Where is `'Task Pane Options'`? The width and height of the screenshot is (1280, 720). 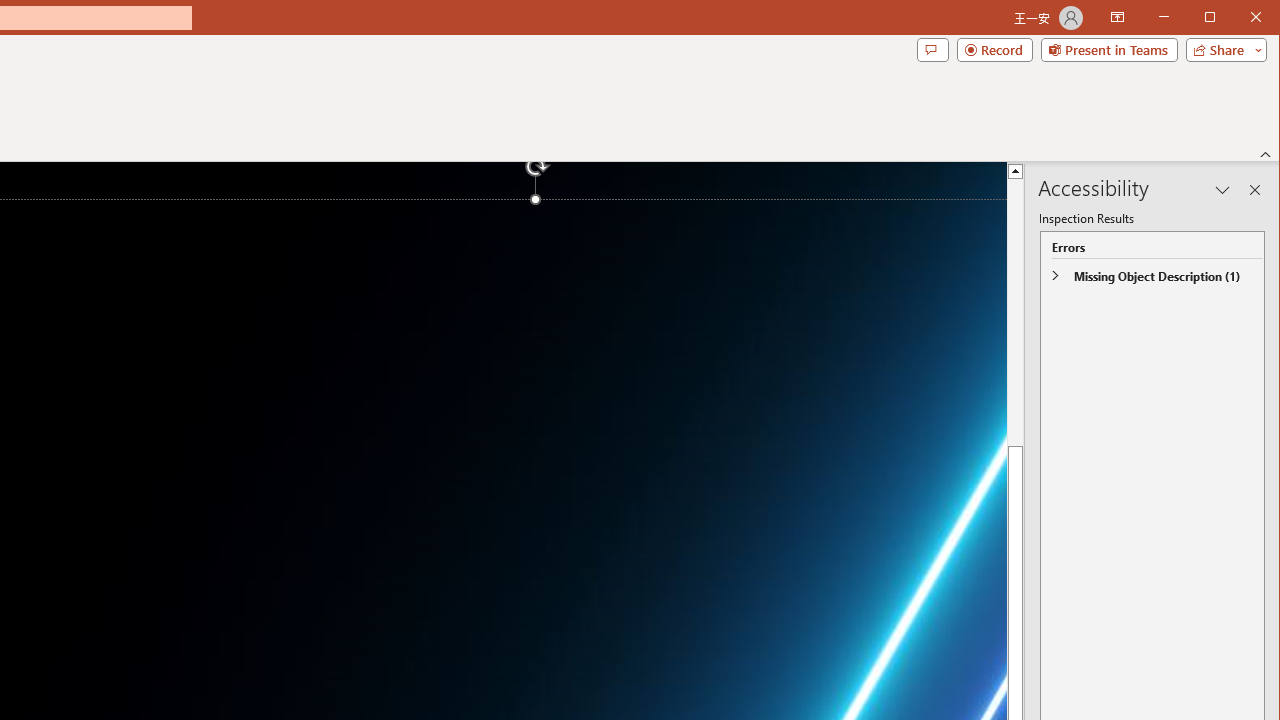
'Task Pane Options' is located at coordinates (1222, 190).